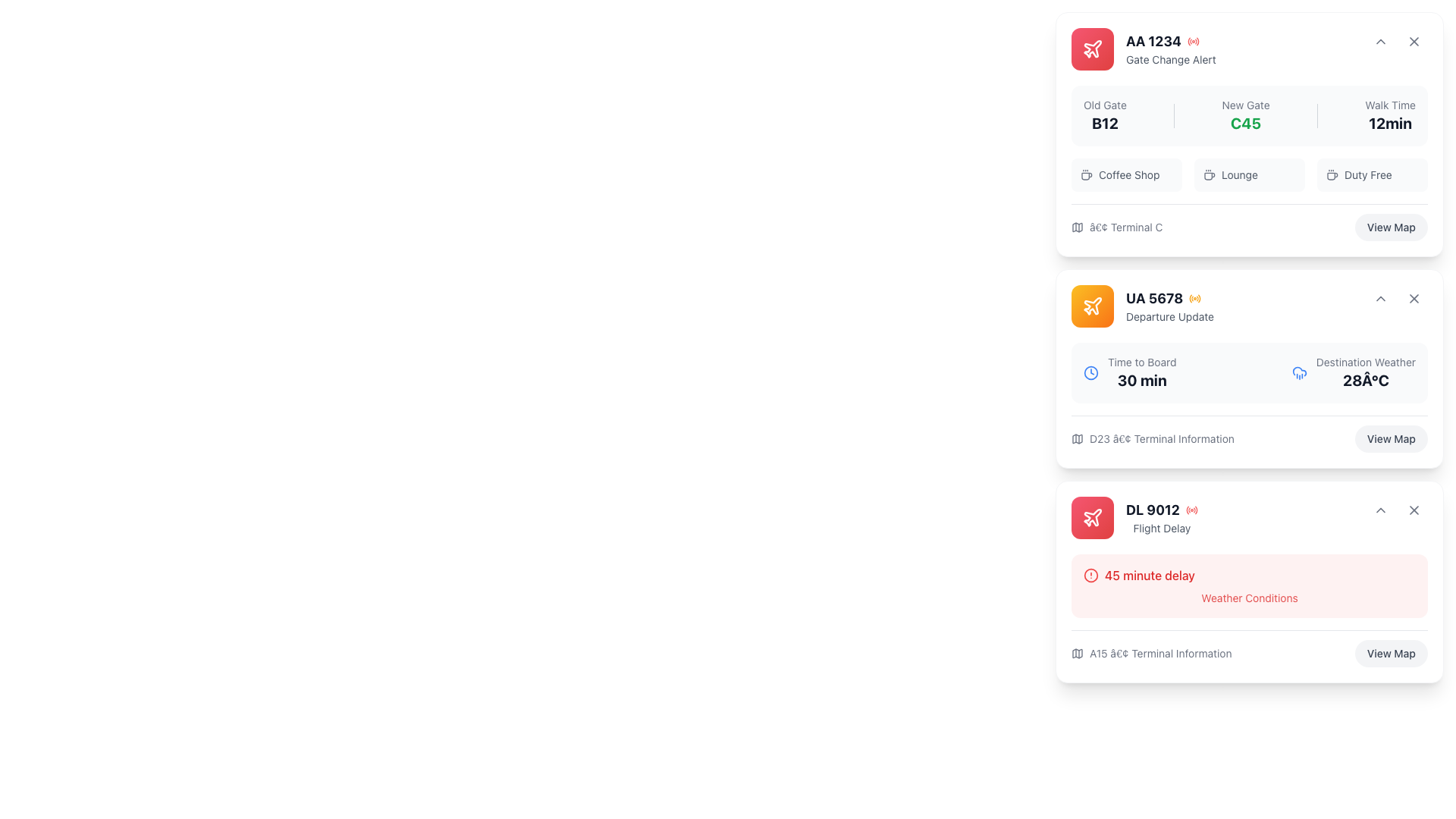 The width and height of the screenshot is (1456, 819). I want to click on the text label indicating a related service or amenity in the card titled 'AA 1234', located to the right of the 'Coffee Shop' and 'Lounge' icons, so click(1368, 174).